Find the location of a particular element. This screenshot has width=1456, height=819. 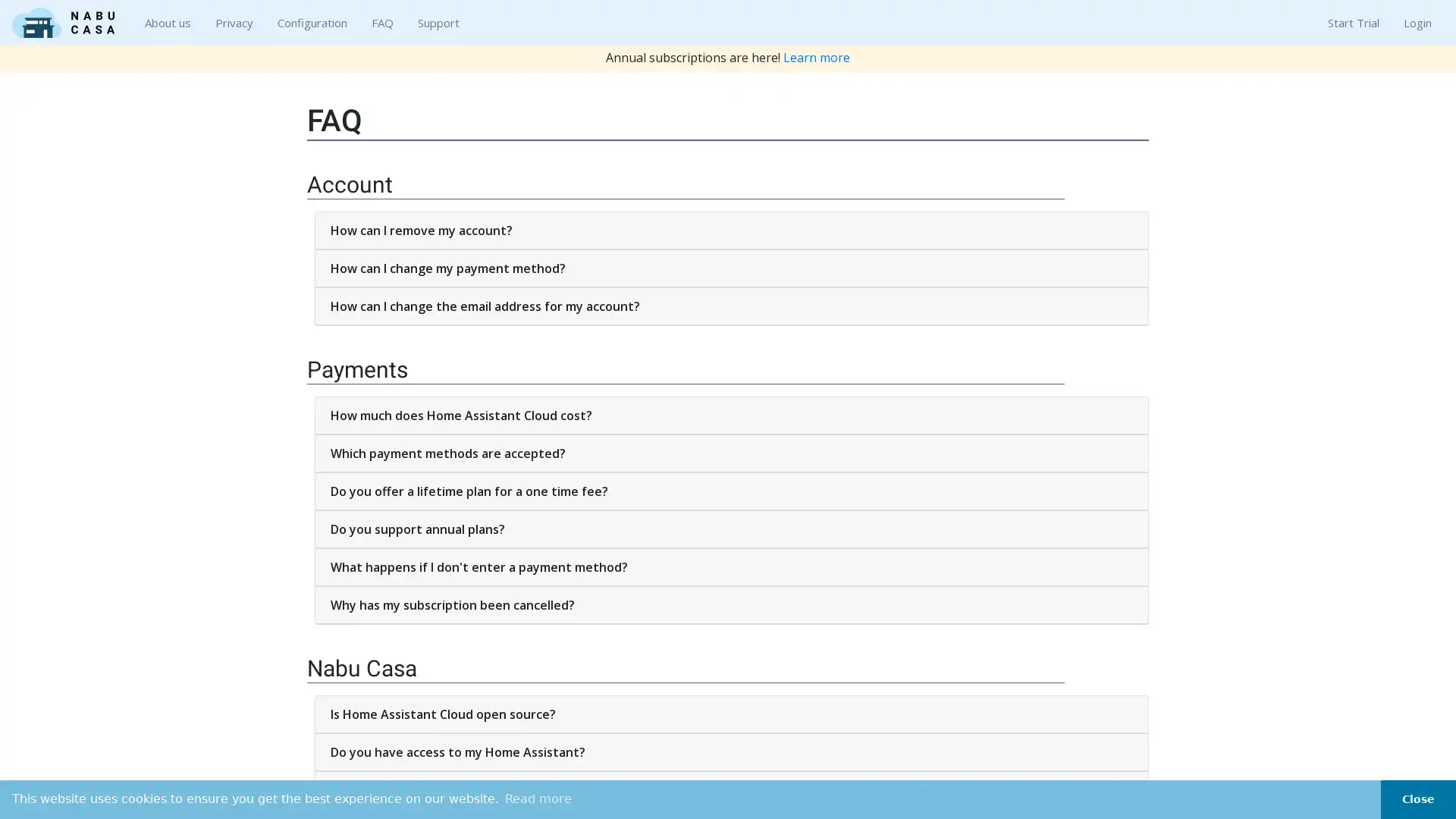

Which payment methods are accepted? is located at coordinates (731, 452).